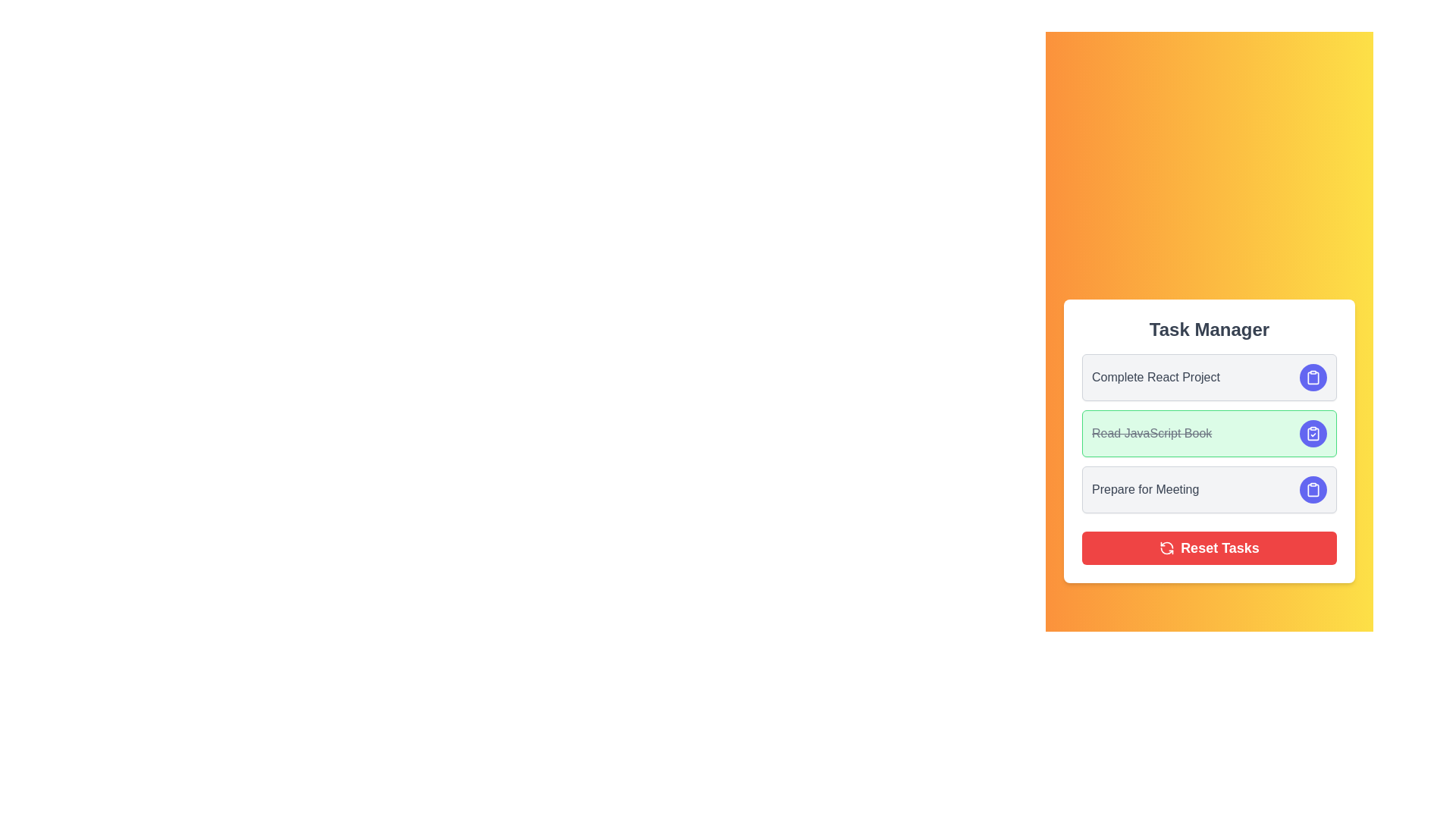  I want to click on the clipboard icon with a checkmark, which is located inside the second task entry of the task list, aligned to the right of the task text 'Read JavaScript Book', so click(1313, 433).